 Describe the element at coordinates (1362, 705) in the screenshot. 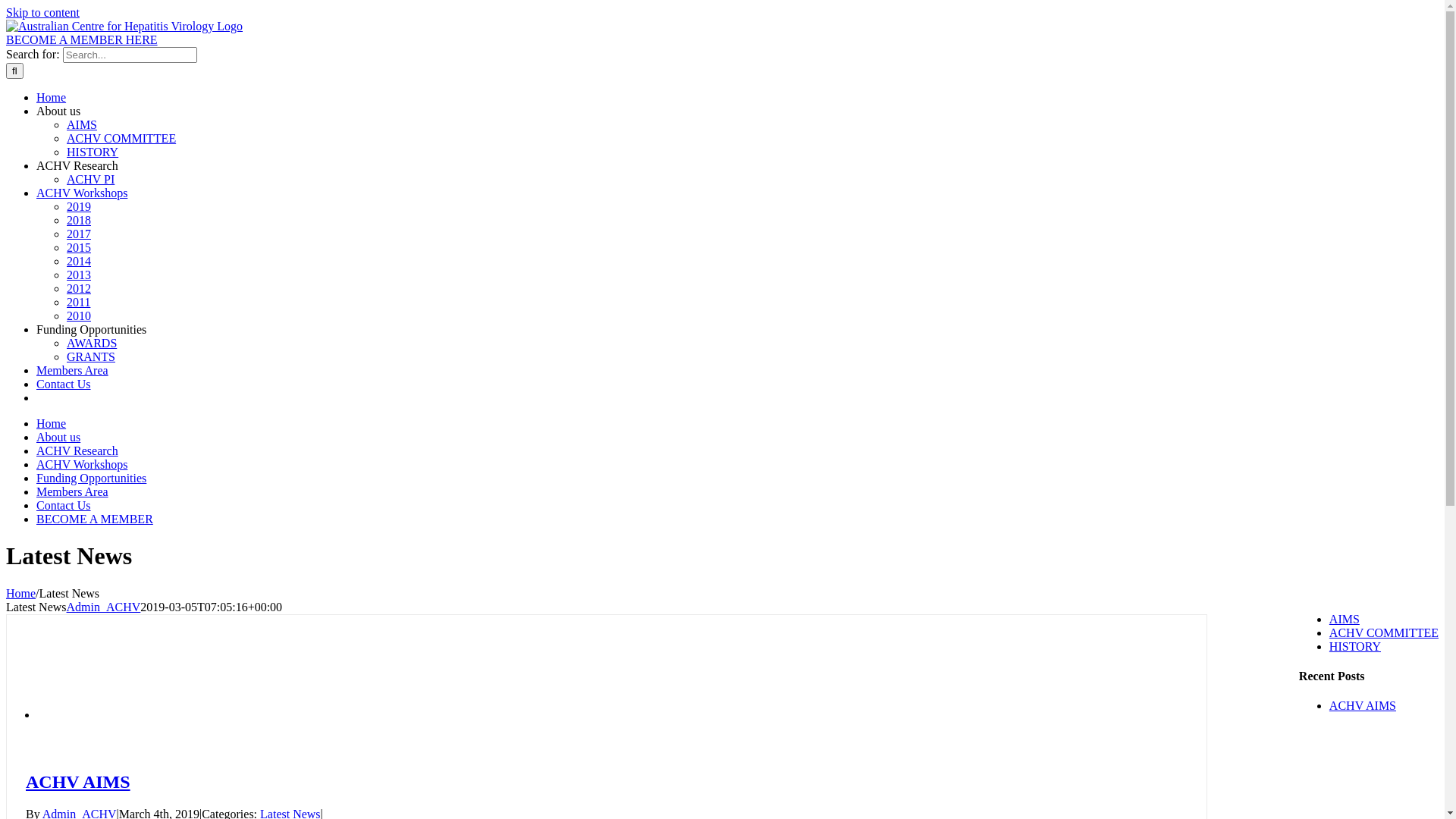

I see `'ACHV AIMS'` at that location.